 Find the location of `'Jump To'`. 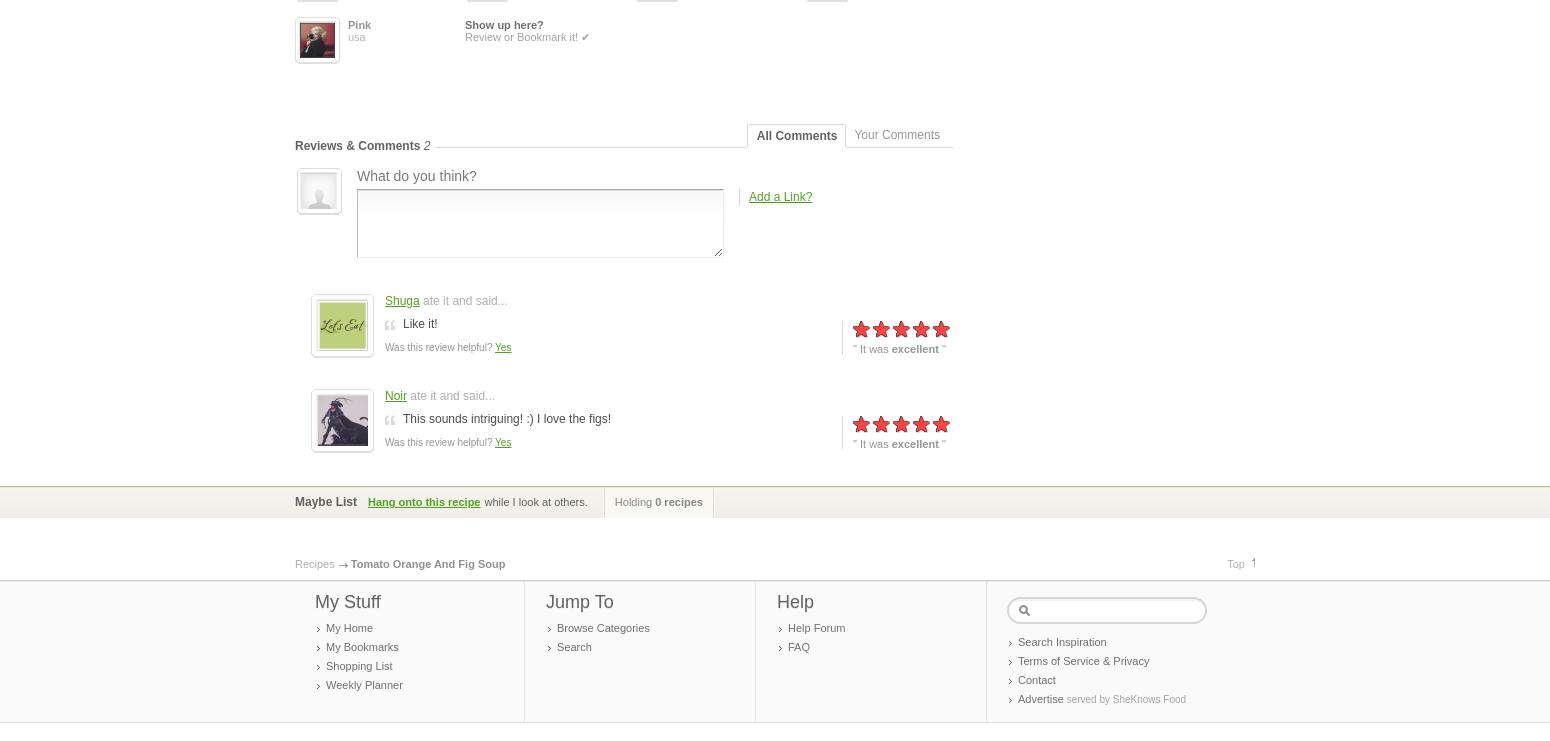

'Jump To' is located at coordinates (579, 601).